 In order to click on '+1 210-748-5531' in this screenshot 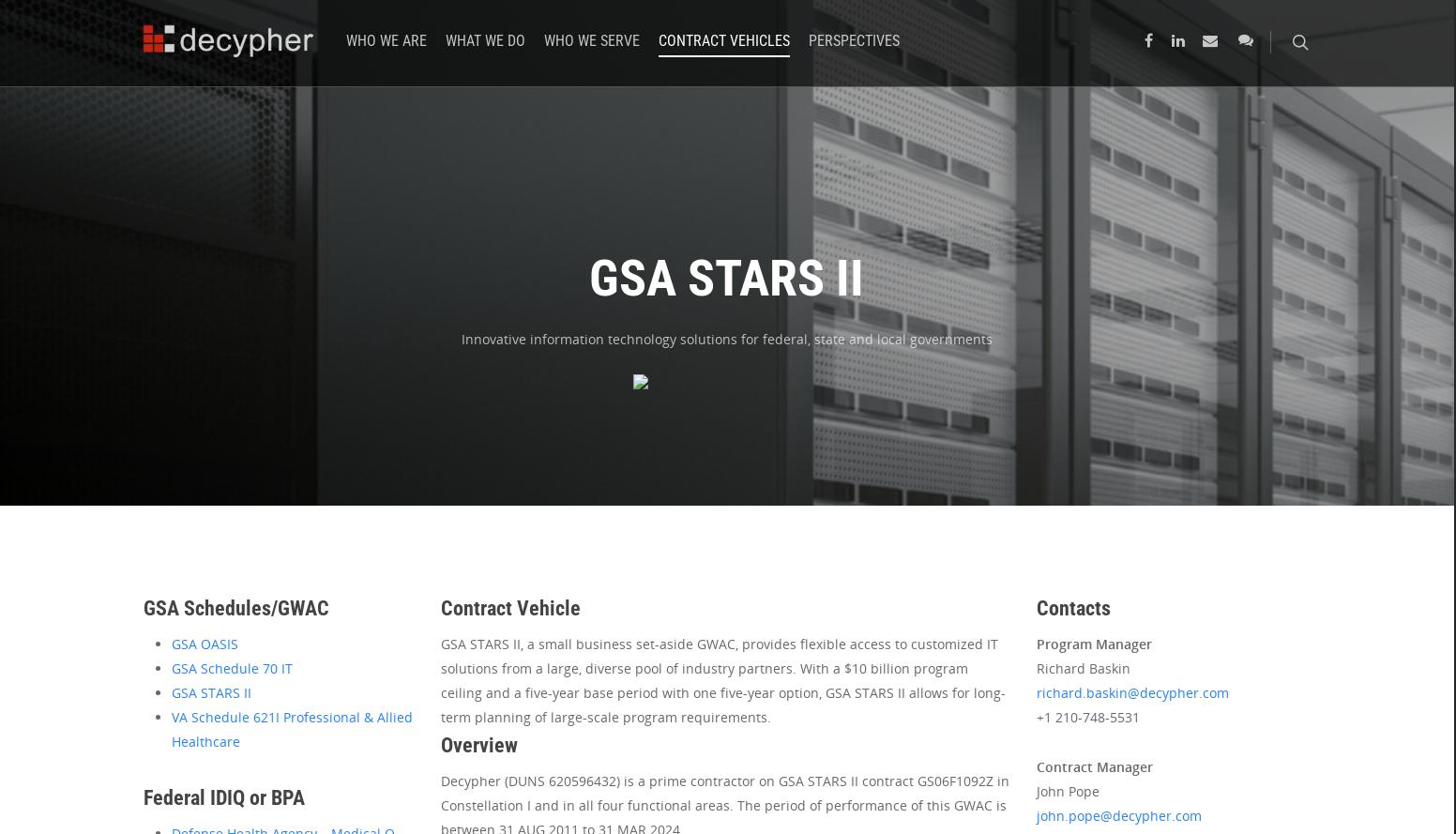, I will do `click(1087, 717)`.